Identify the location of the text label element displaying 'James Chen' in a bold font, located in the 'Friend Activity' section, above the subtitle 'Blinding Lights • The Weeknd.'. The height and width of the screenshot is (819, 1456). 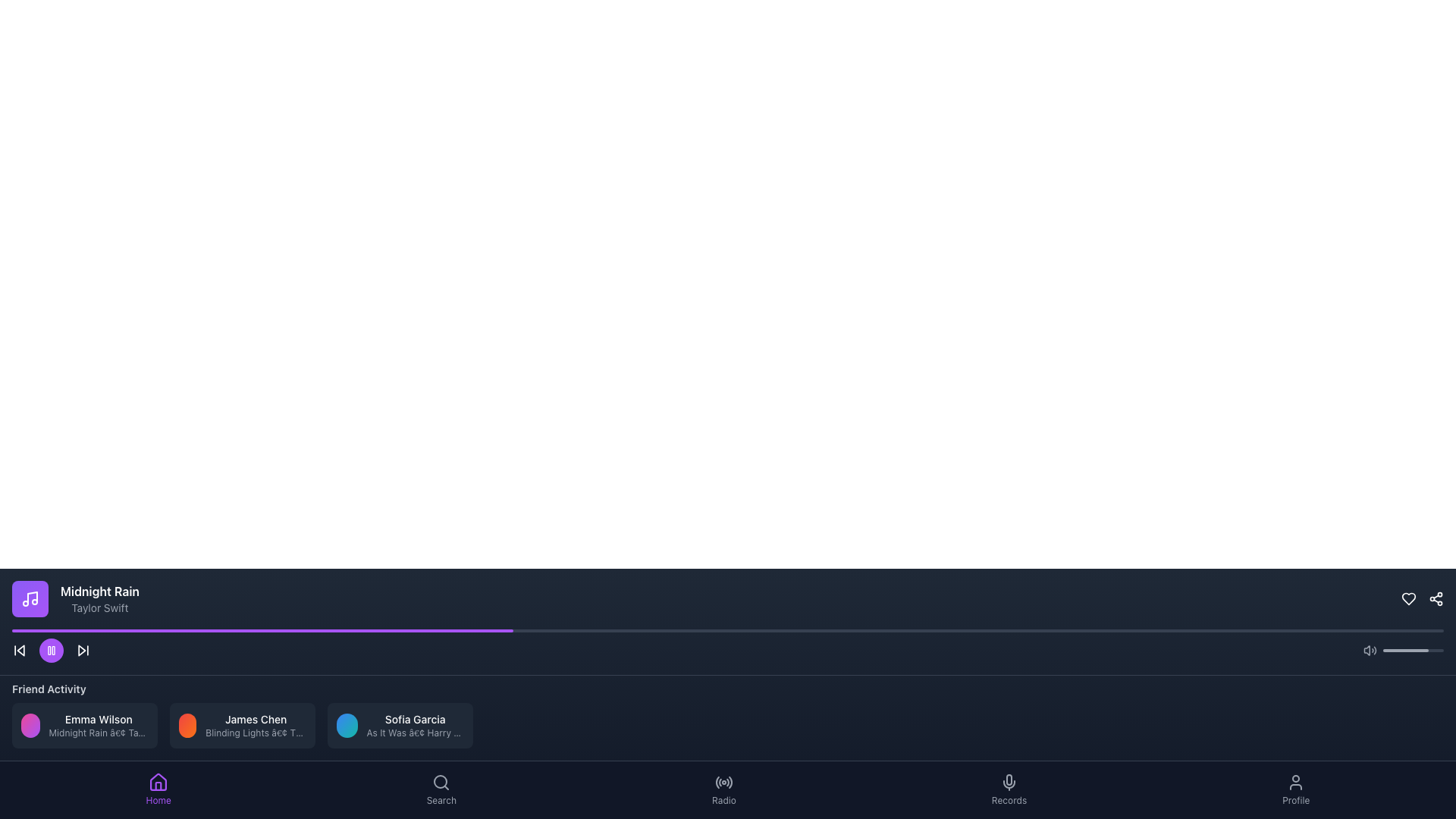
(256, 718).